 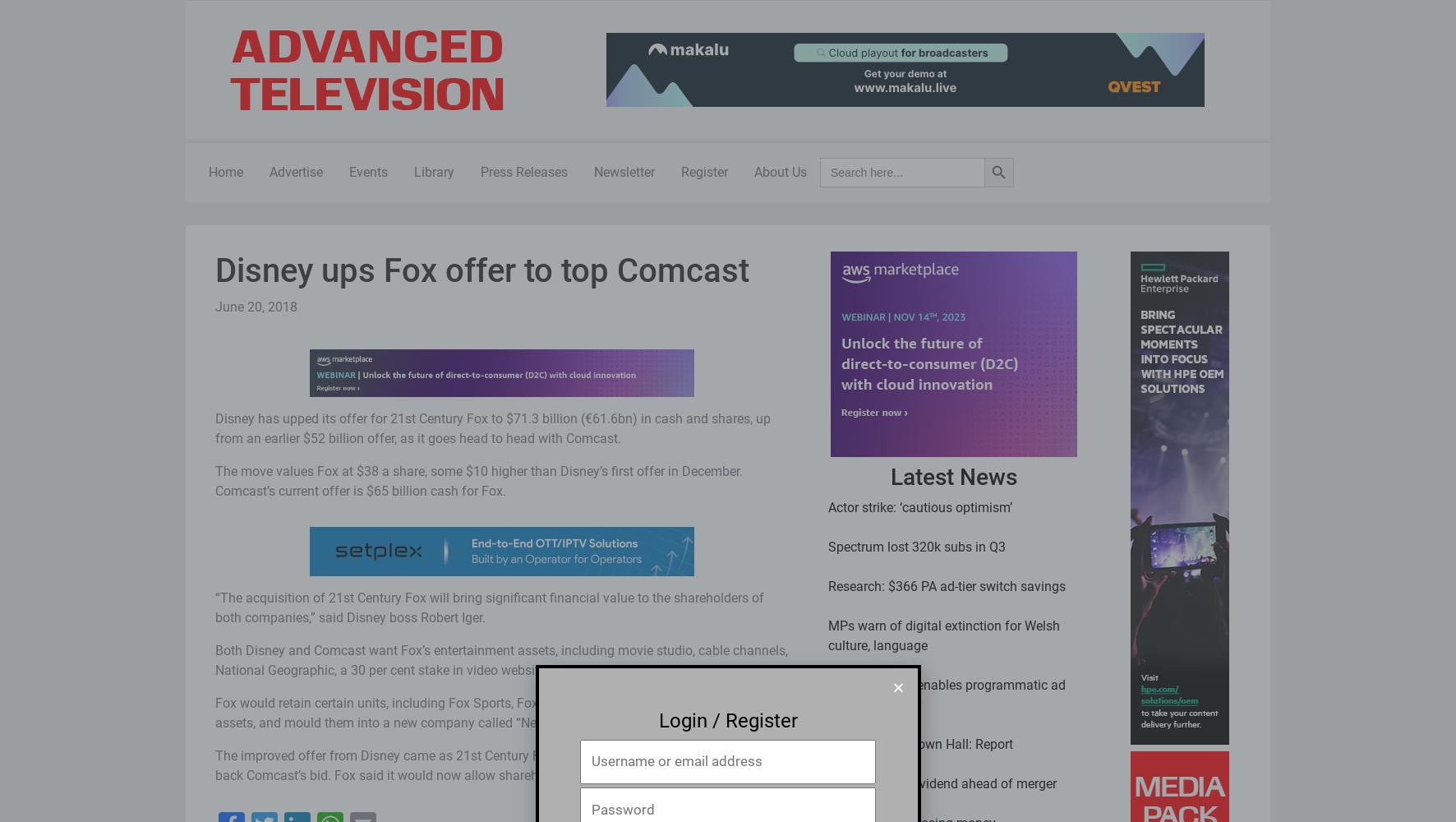 I want to click on 'Disney ups Fox offer to top Comcast', so click(x=214, y=270).